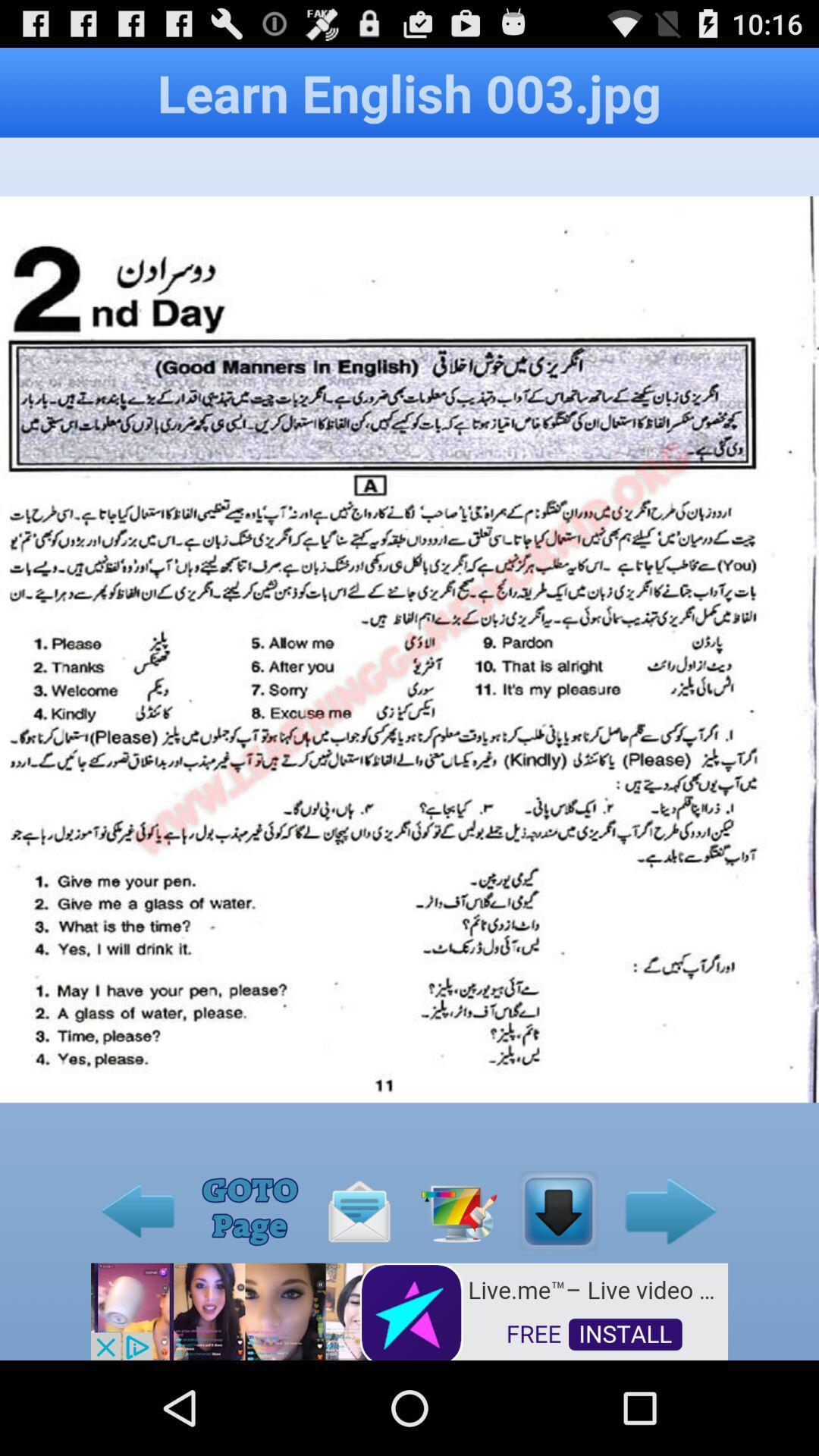  I want to click on the arrow_forward icon, so click(667, 1294).